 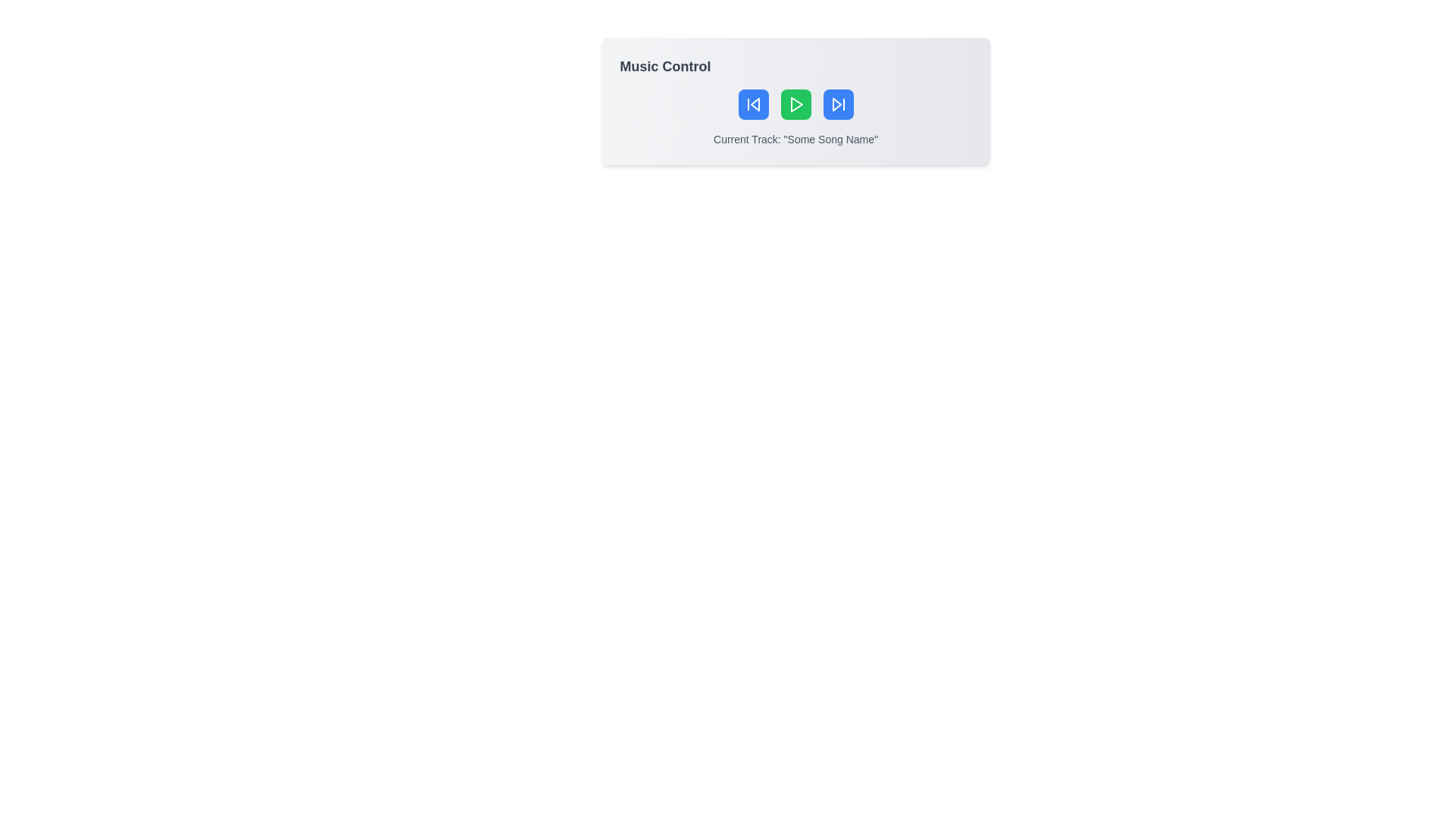 What do you see at coordinates (837, 104) in the screenshot?
I see `the 'Skip Forward' button located on the rightmost side of a row of three buttons in the music control panel` at bounding box center [837, 104].